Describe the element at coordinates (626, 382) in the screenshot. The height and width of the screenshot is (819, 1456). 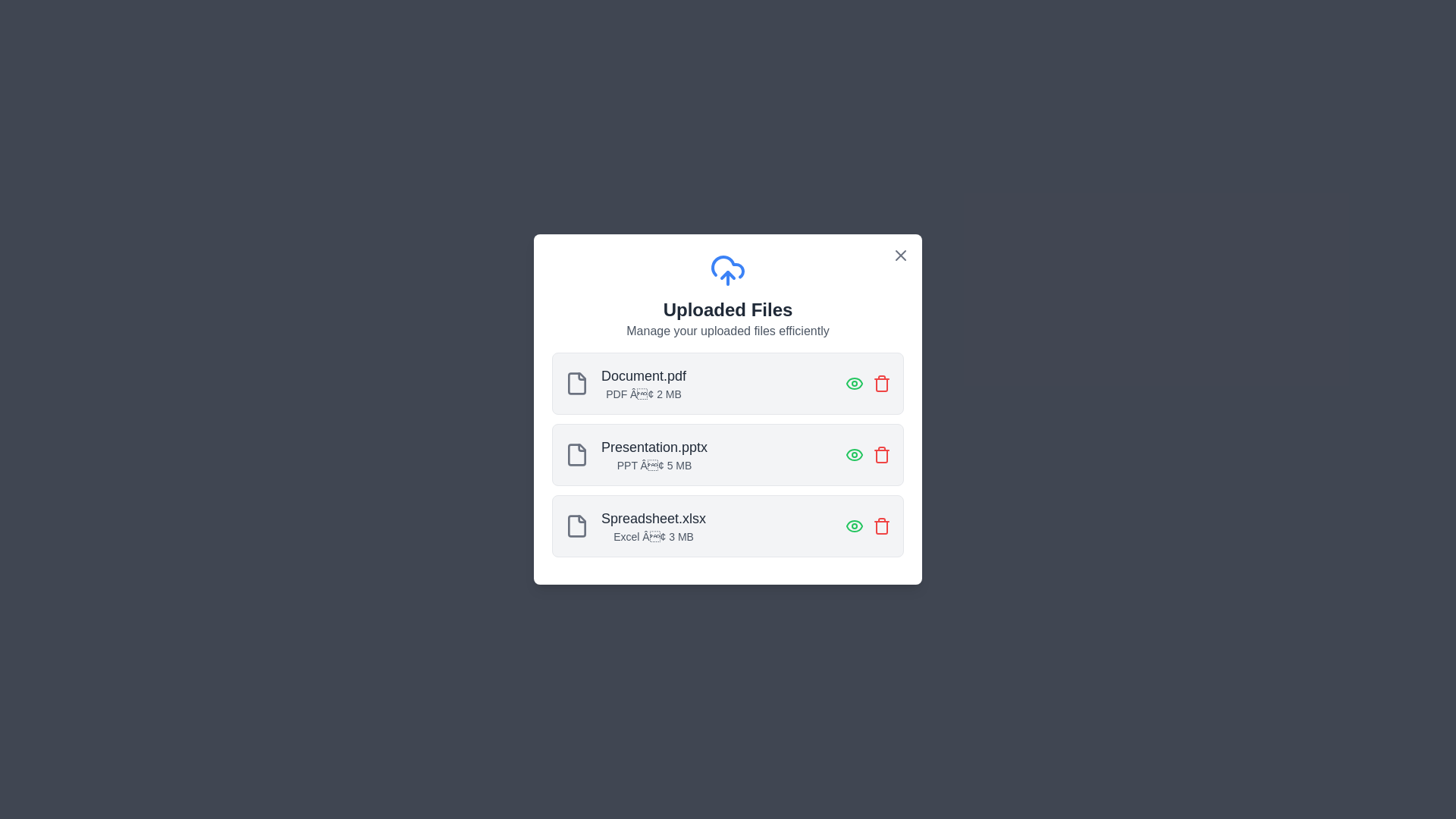
I see `the File summary display element, which represents the first file in the uploaded files list, showing its name, type, and size` at that location.